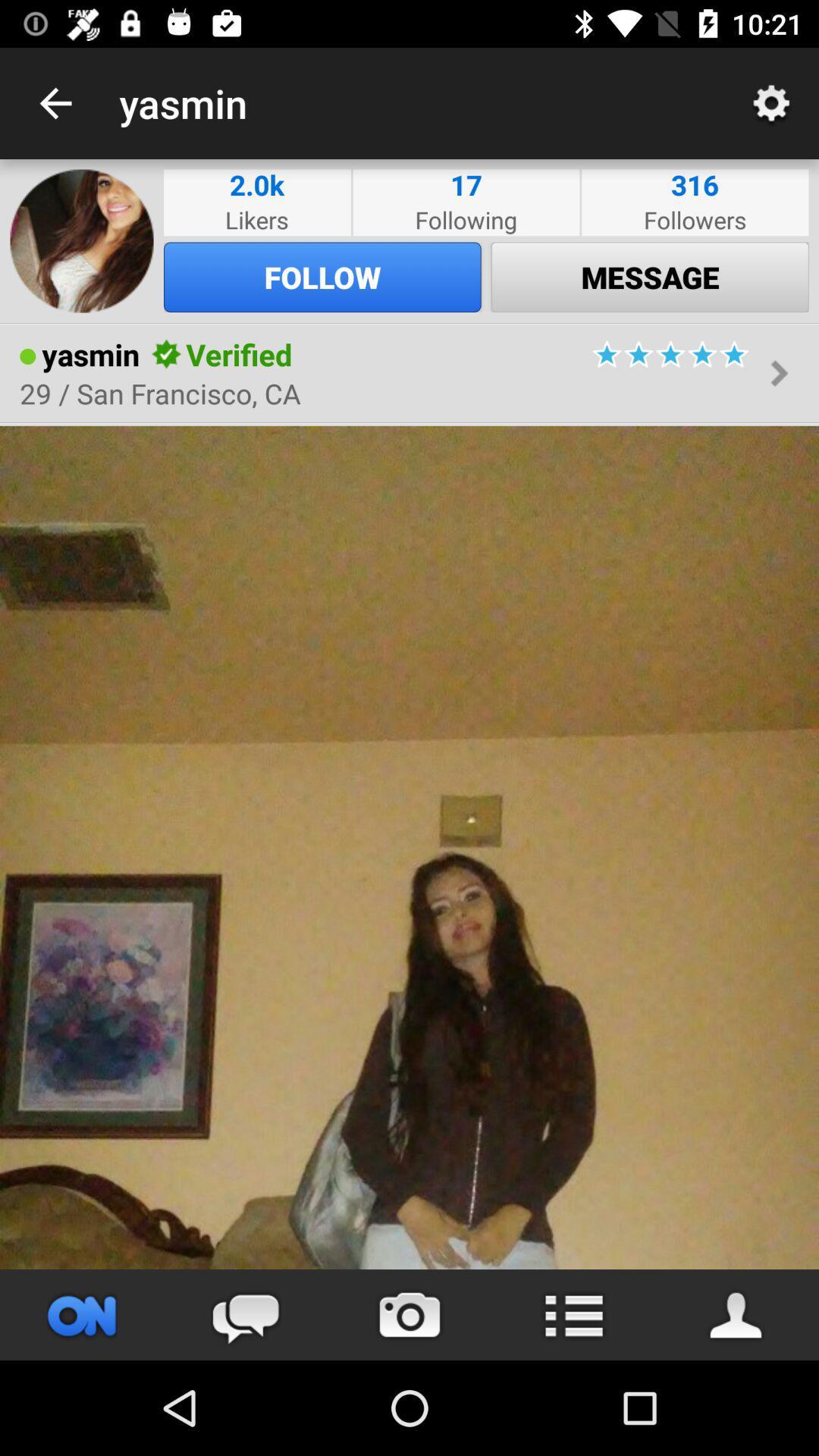 The width and height of the screenshot is (819, 1456). I want to click on item above 29 san francisco icon, so click(167, 353).